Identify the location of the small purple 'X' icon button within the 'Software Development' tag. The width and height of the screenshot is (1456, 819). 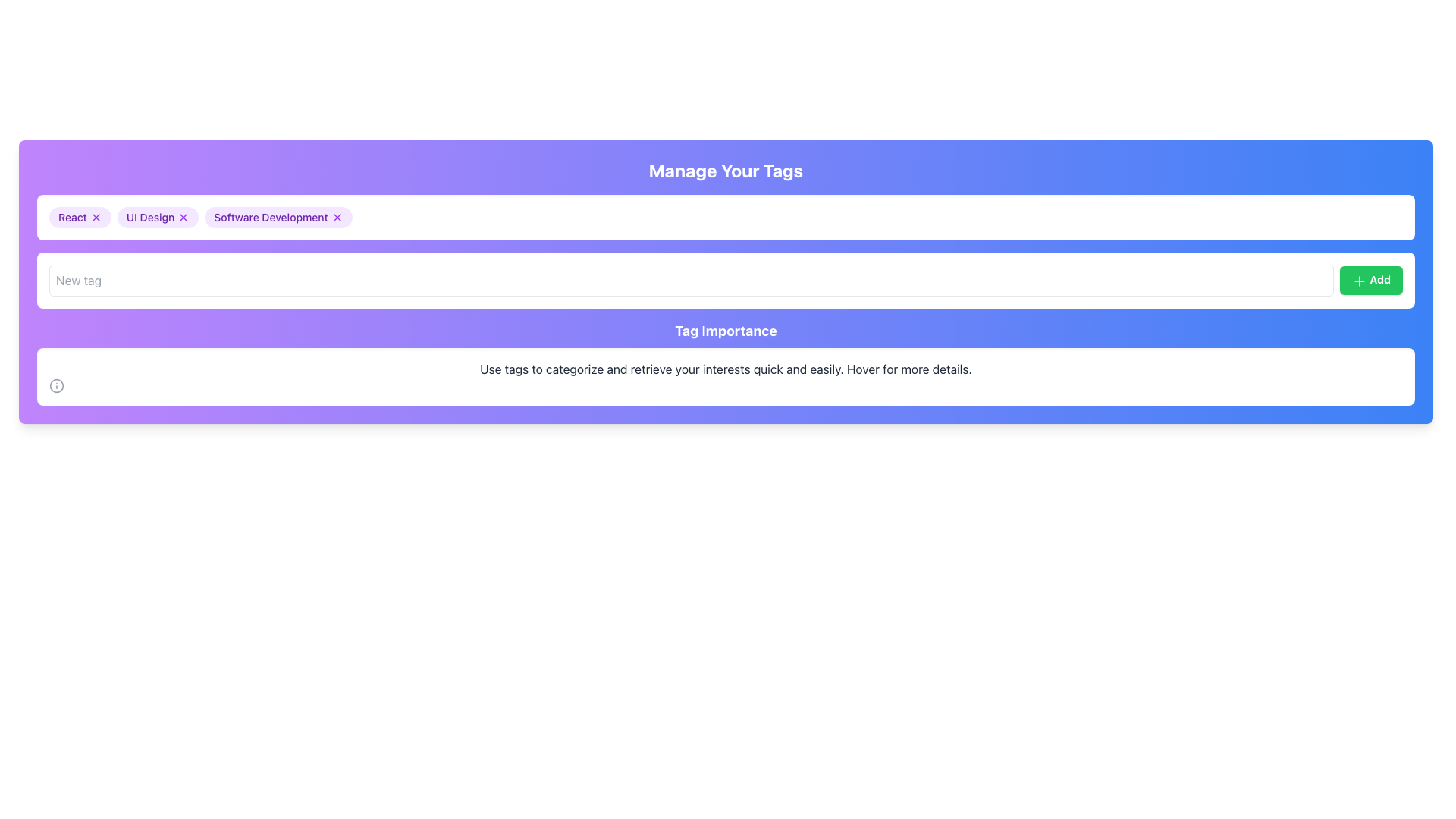
(336, 217).